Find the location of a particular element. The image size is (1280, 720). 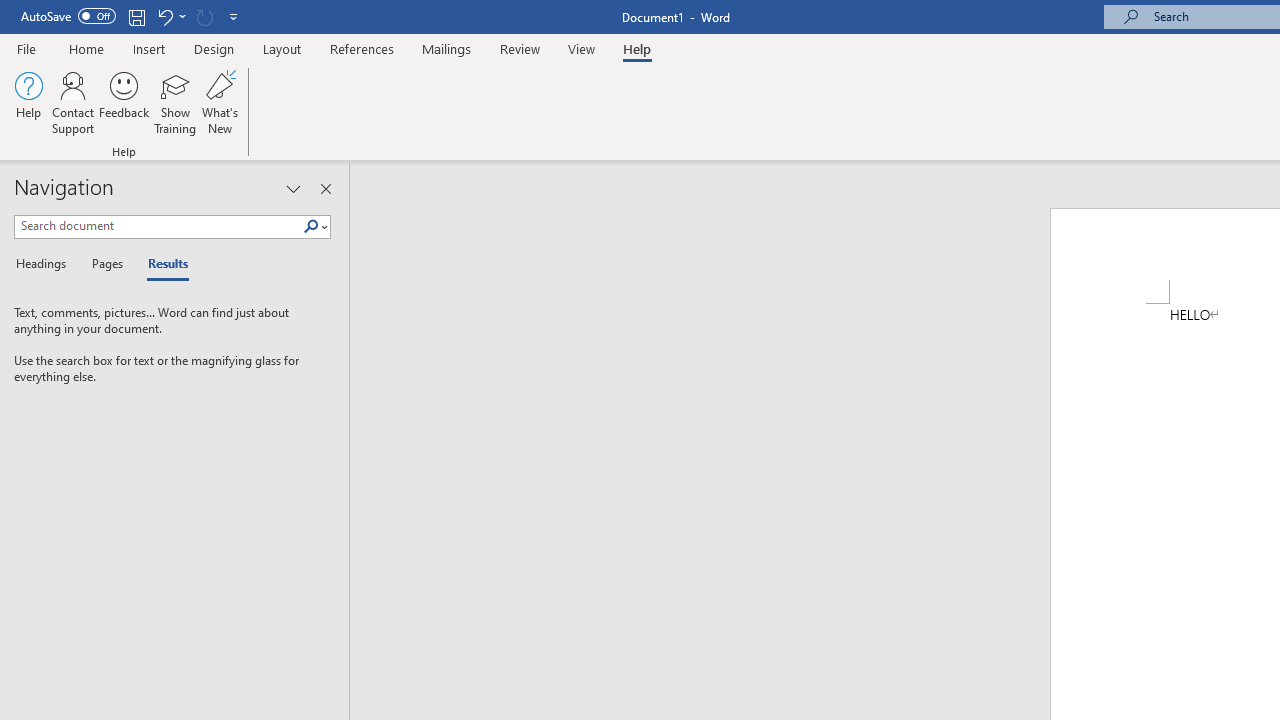

'Search' is located at coordinates (310, 226).